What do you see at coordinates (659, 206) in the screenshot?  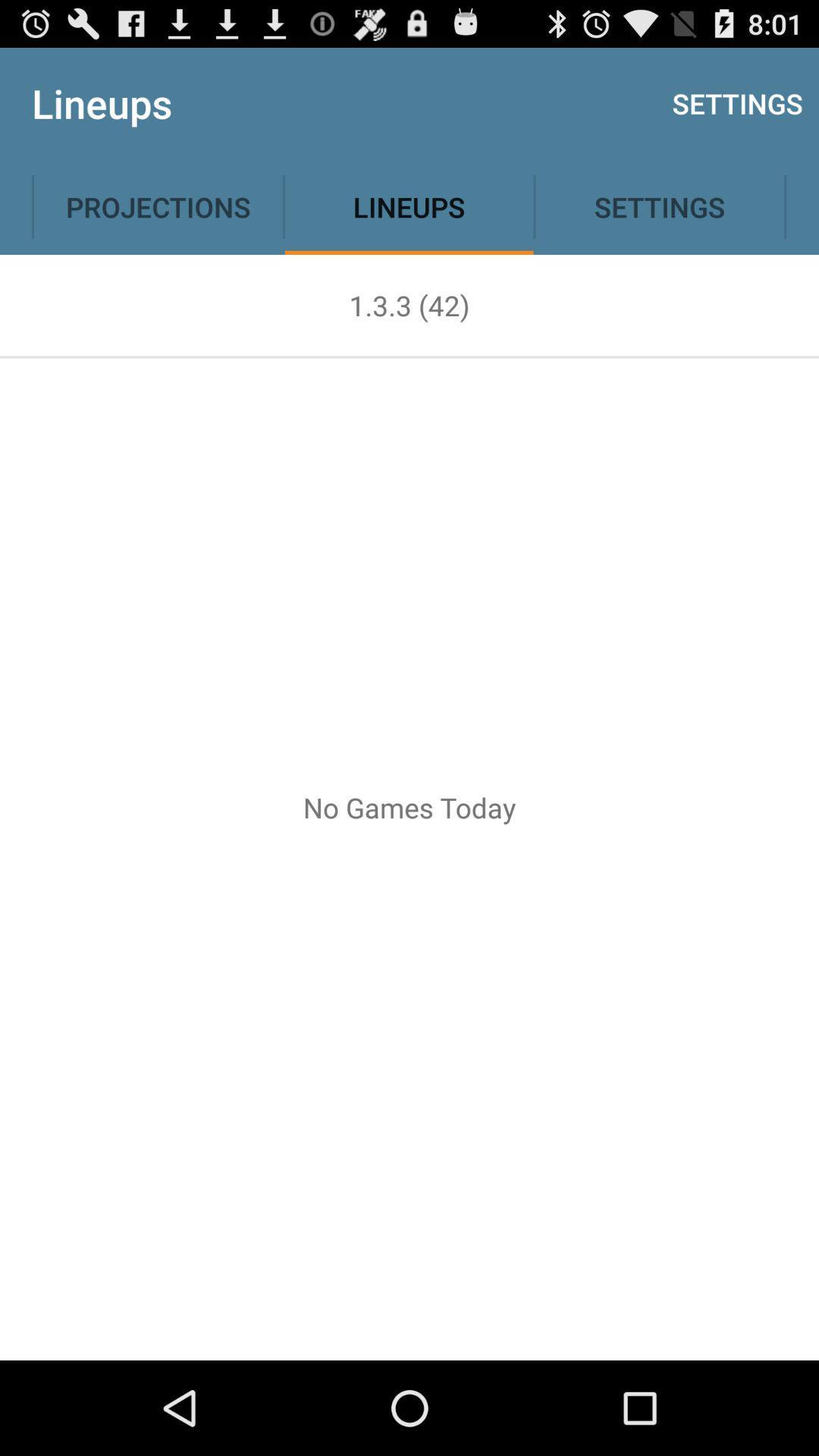 I see `settings option` at bounding box center [659, 206].